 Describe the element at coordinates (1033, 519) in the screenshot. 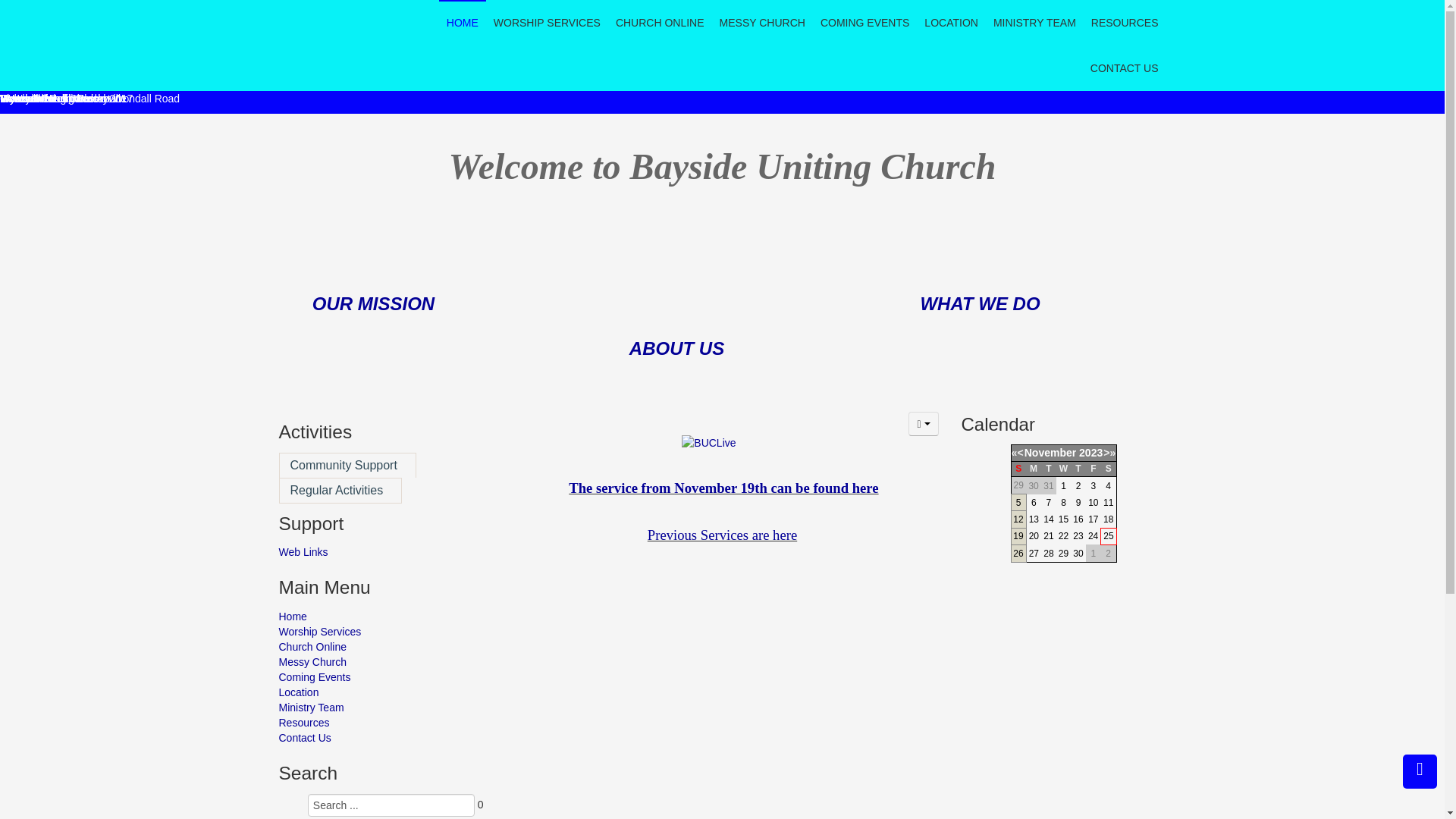

I see `'13'` at that location.